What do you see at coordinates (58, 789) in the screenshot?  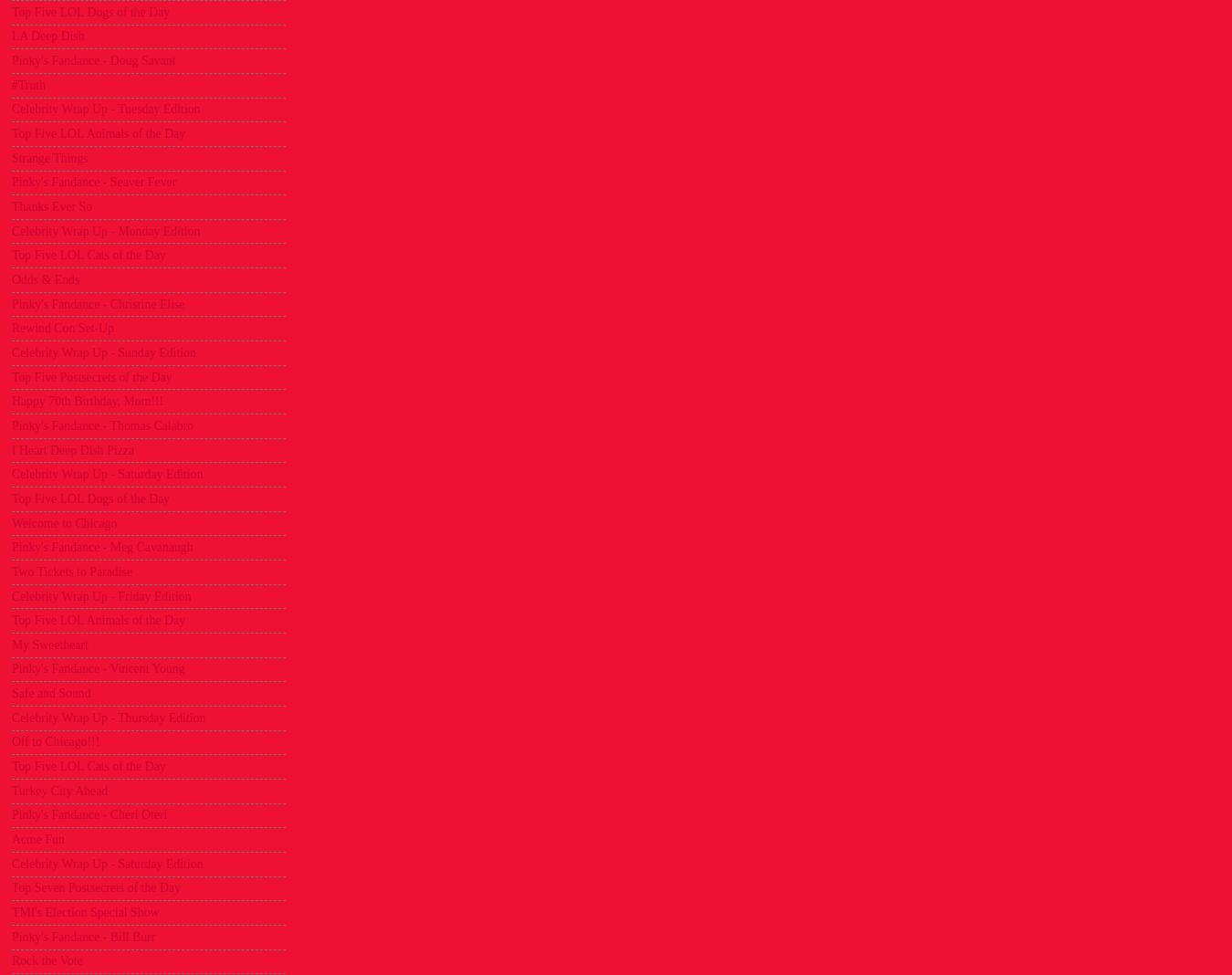 I see `'Turkey City Ahead'` at bounding box center [58, 789].